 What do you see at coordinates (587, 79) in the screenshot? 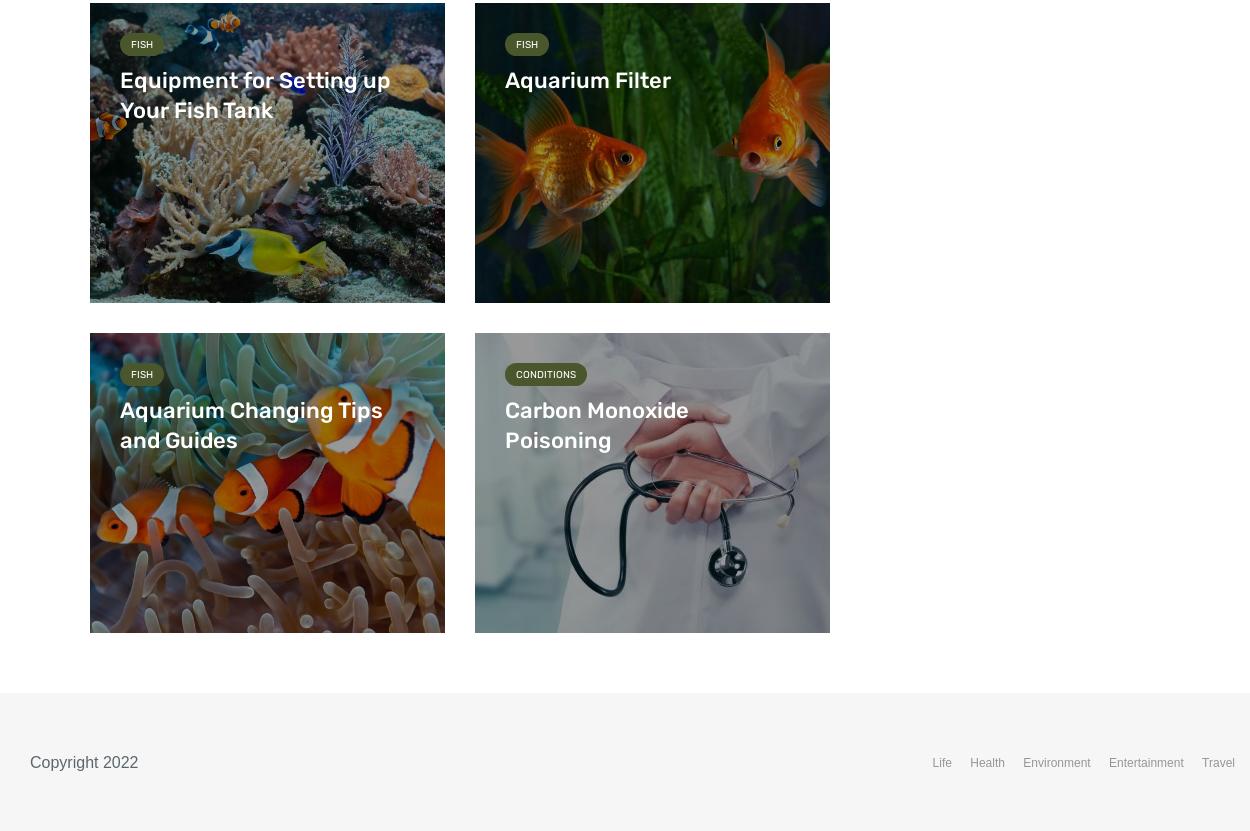
I see `'Aquarium Filter'` at bounding box center [587, 79].